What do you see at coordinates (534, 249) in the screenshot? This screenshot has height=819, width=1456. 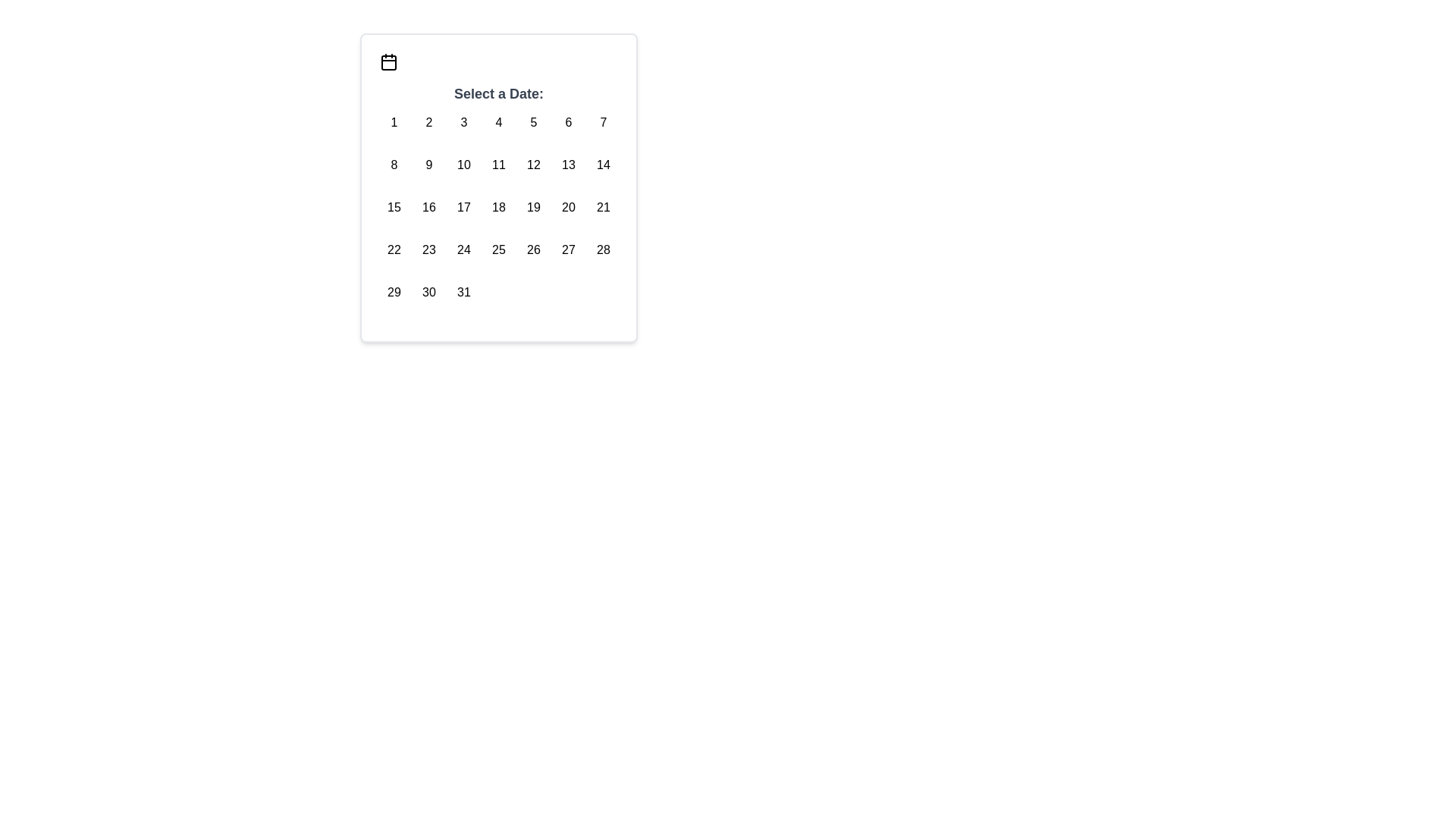 I see `the button representing the date '26' in the calendar grid` at bounding box center [534, 249].